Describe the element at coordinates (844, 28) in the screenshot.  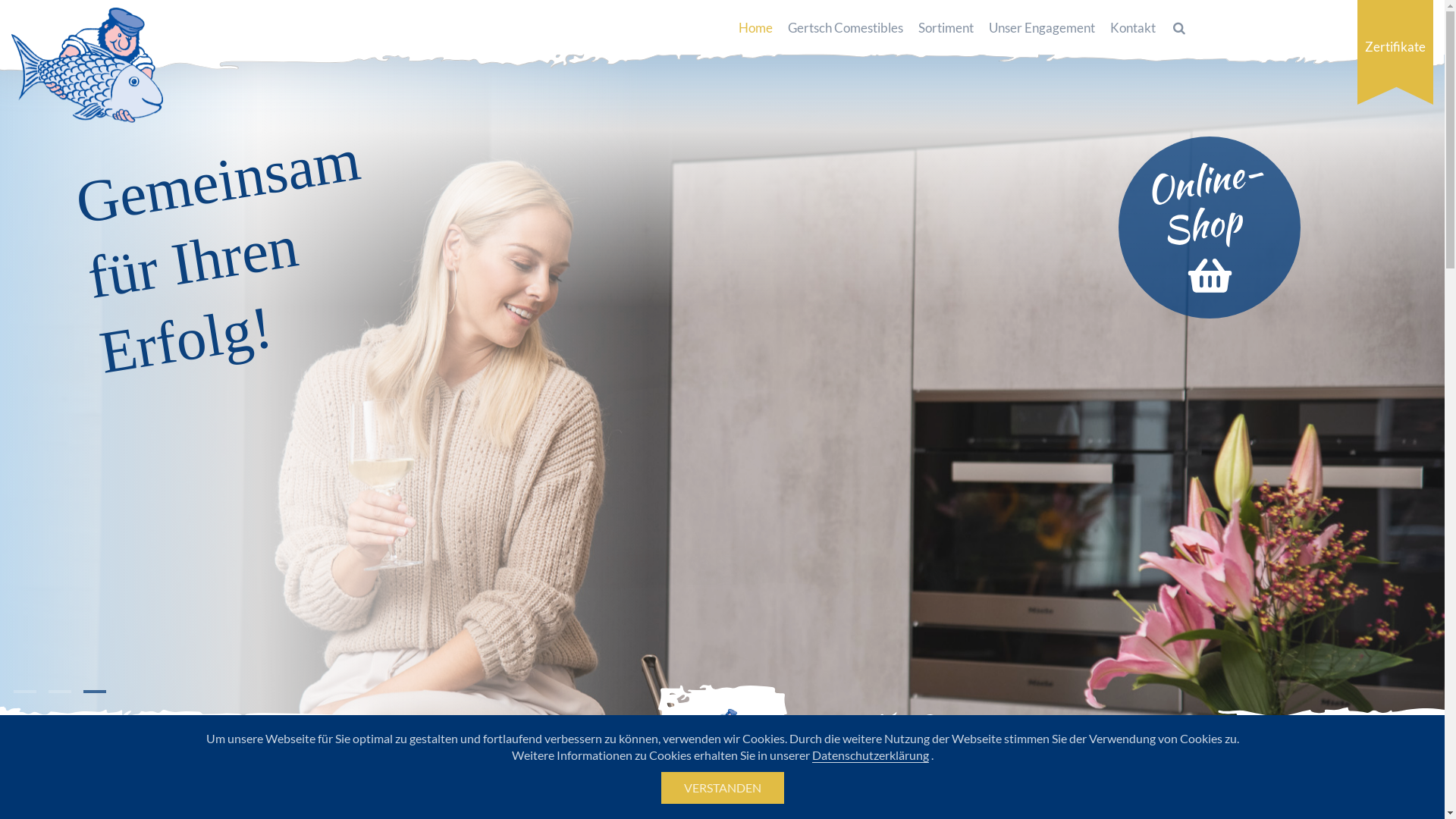
I see `'Gertsch Comestibles'` at that location.